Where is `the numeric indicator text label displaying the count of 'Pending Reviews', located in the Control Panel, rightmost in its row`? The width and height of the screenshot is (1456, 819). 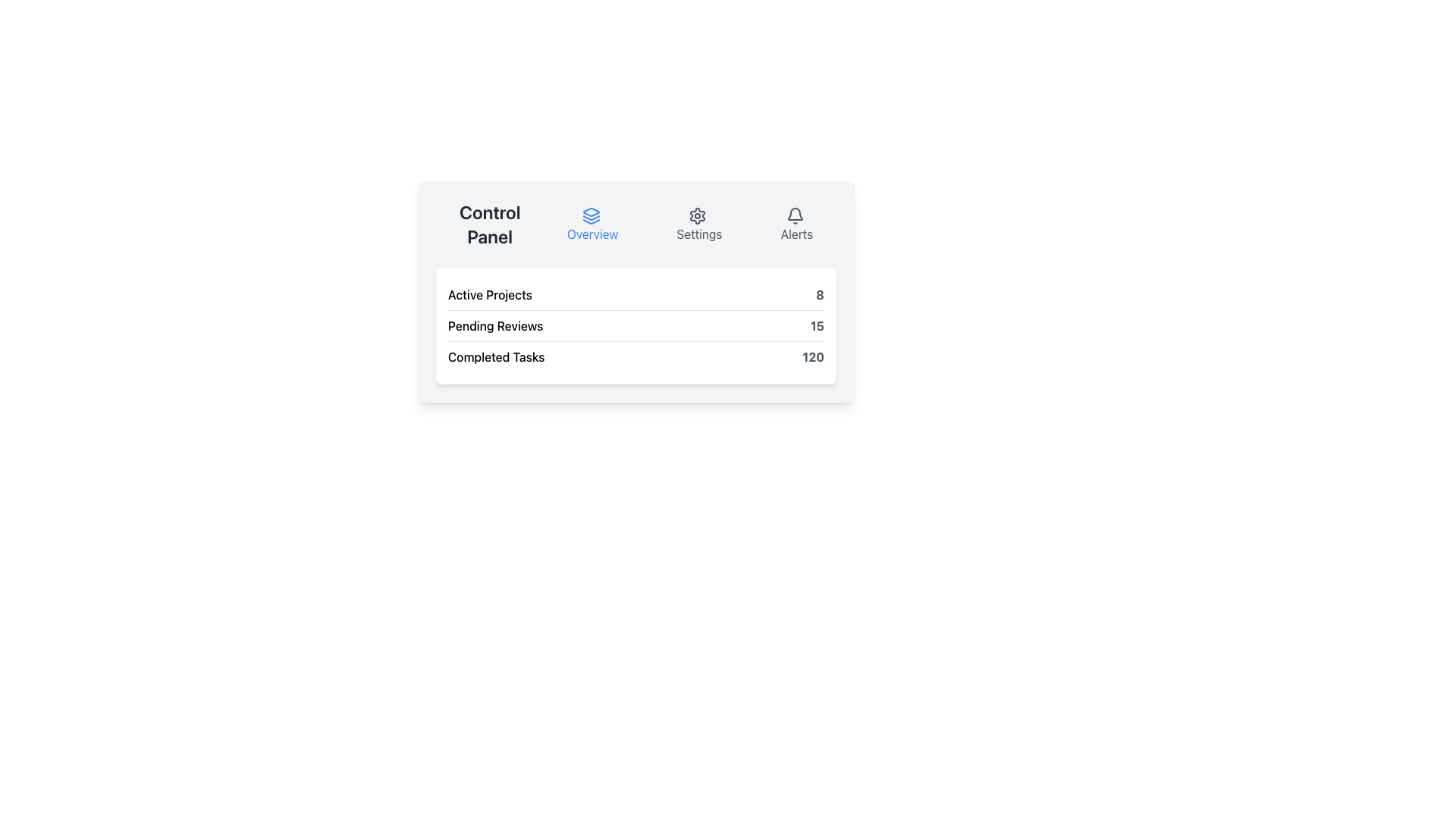
the numeric indicator text label displaying the count of 'Pending Reviews', located in the Control Panel, rightmost in its row is located at coordinates (816, 325).